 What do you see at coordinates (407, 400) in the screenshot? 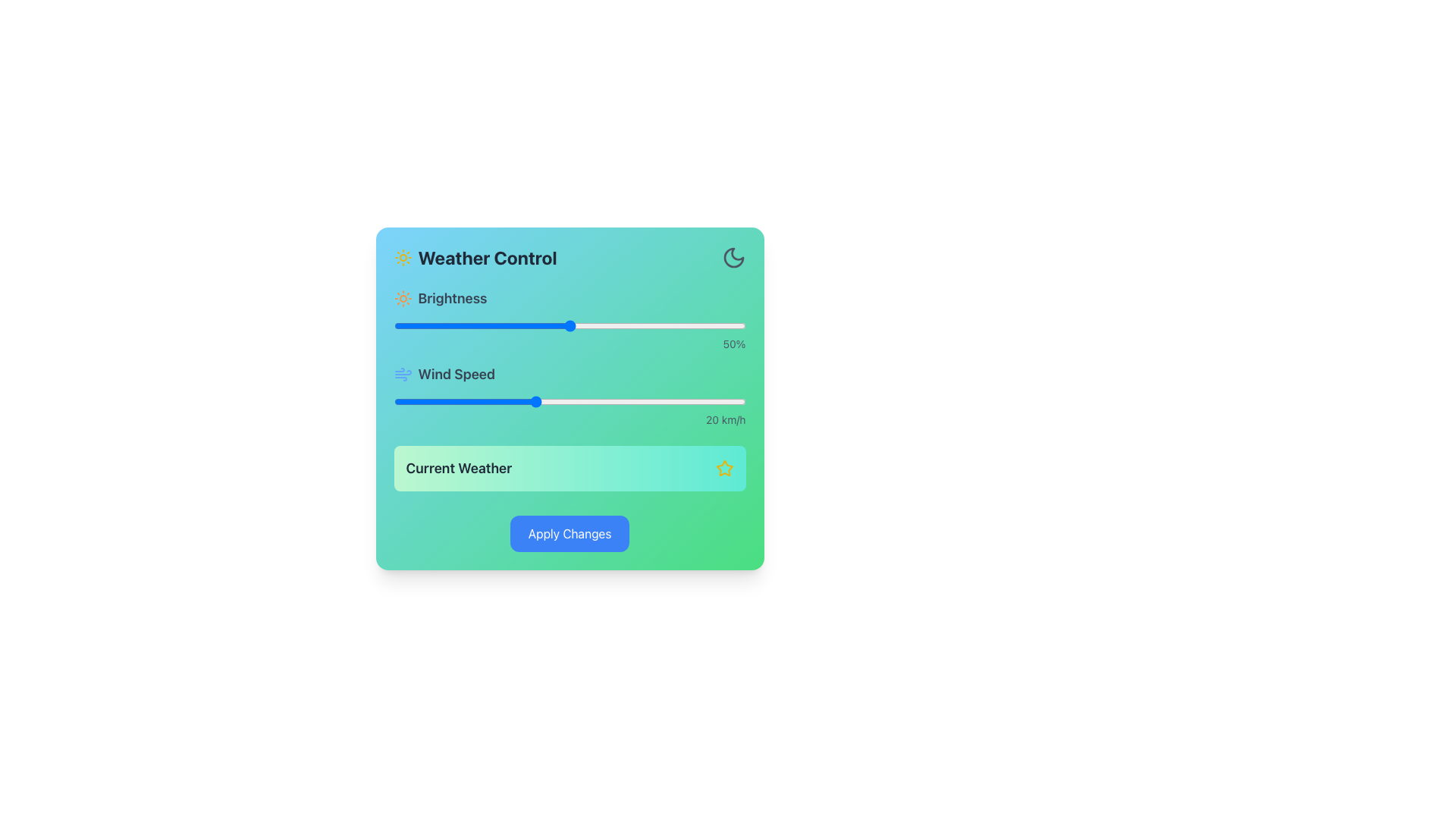
I see `the wind speed` at bounding box center [407, 400].